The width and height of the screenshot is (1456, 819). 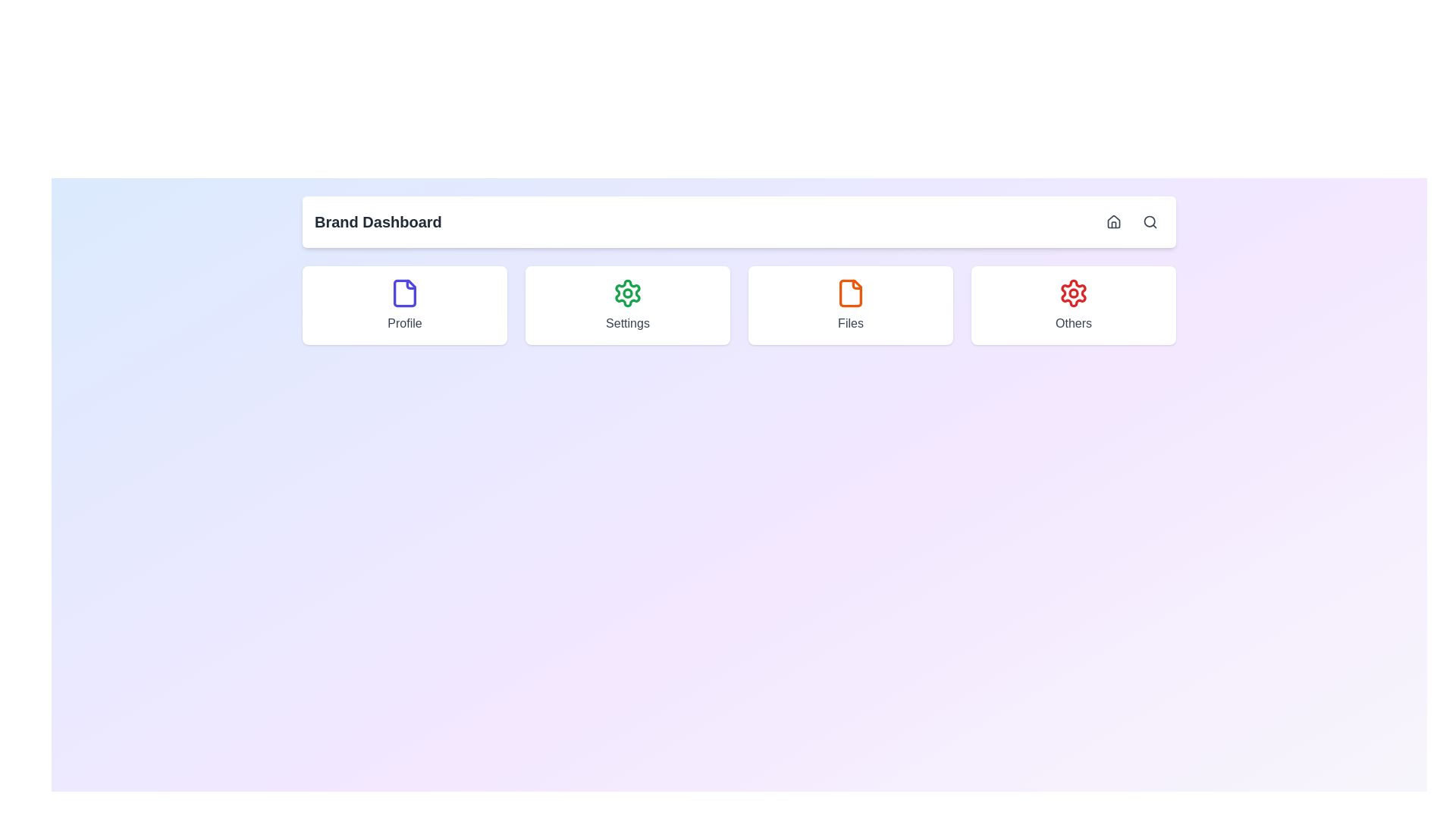 I want to click on the search icon button located at the top-right of the interface to initiate a search action, so click(x=1150, y=222).